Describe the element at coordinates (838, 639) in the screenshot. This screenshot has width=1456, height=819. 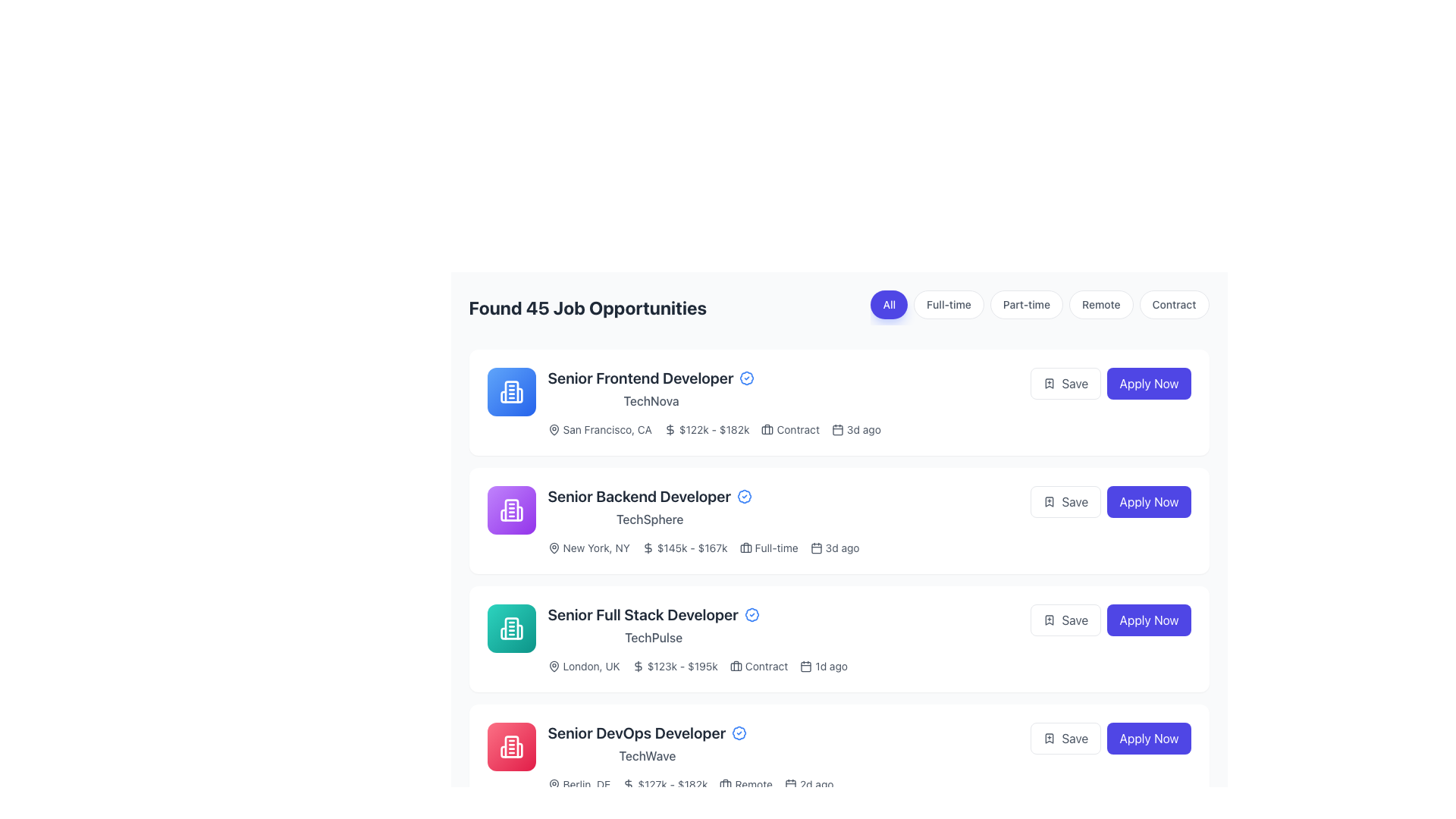
I see `the 'Apply Now' button on the job card for the position of 'Senior Full Stack Developer' at 'TechPulse' to apply for the job` at that location.